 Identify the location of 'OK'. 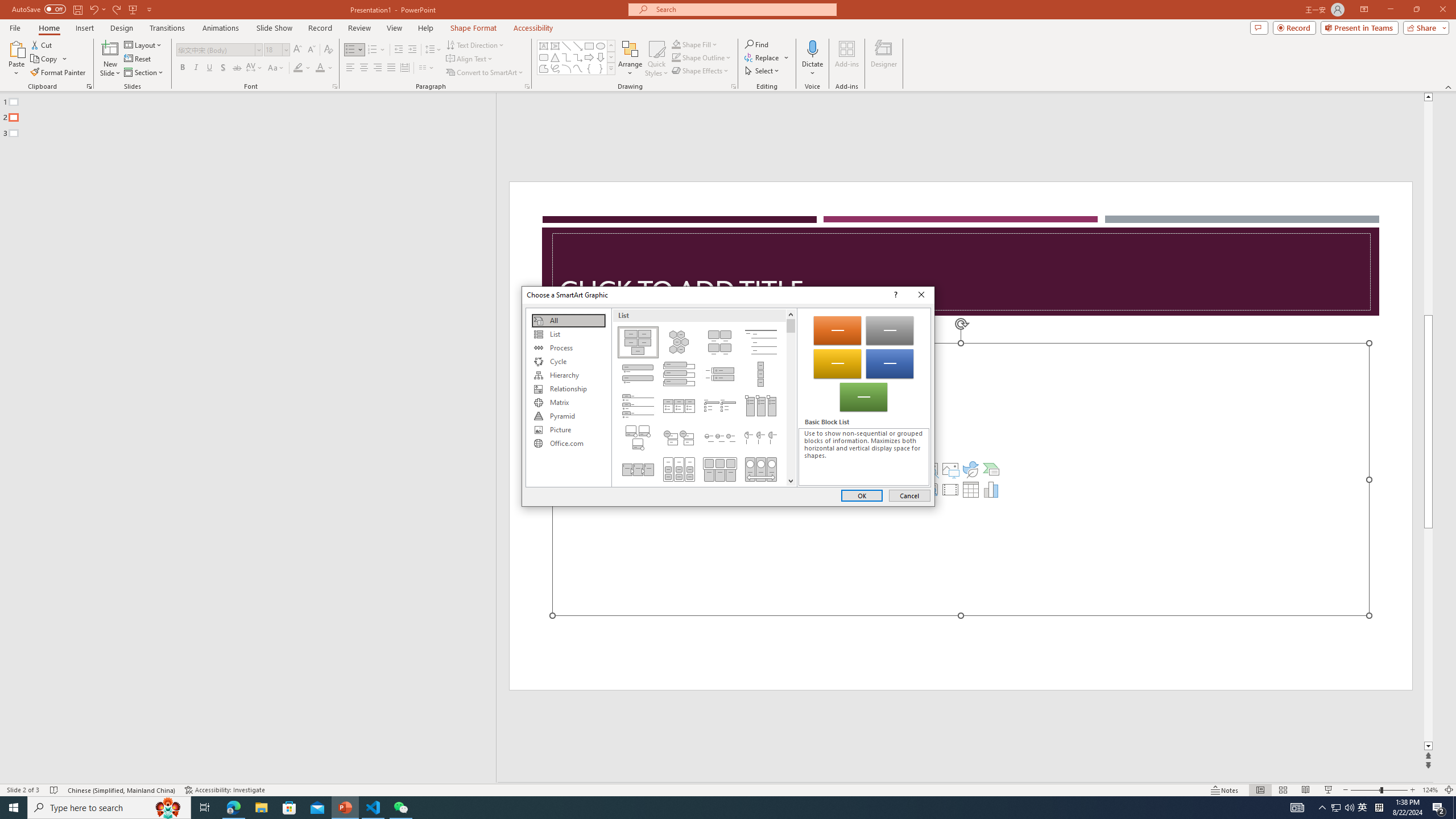
(862, 495).